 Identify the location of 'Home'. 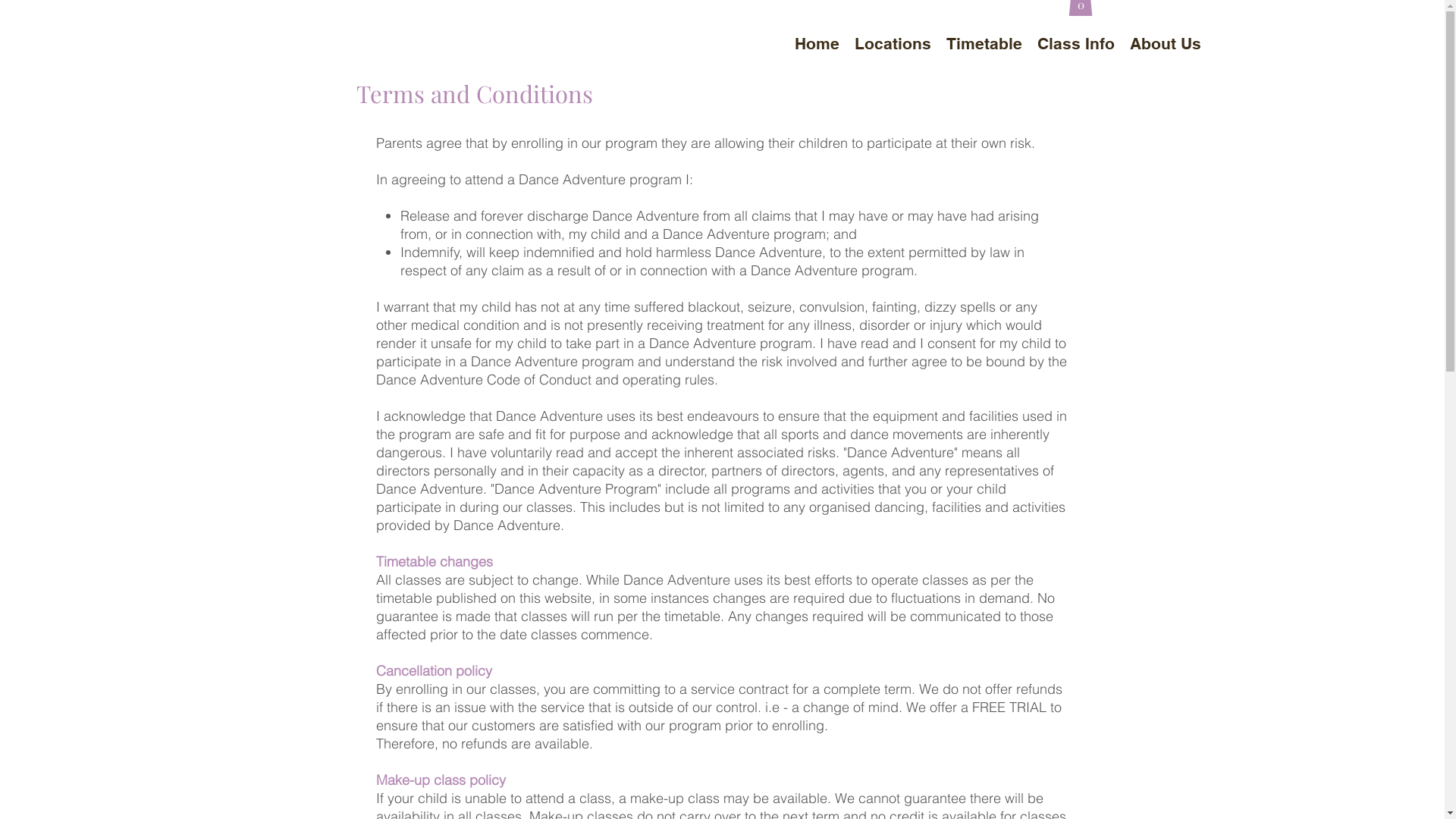
(816, 42).